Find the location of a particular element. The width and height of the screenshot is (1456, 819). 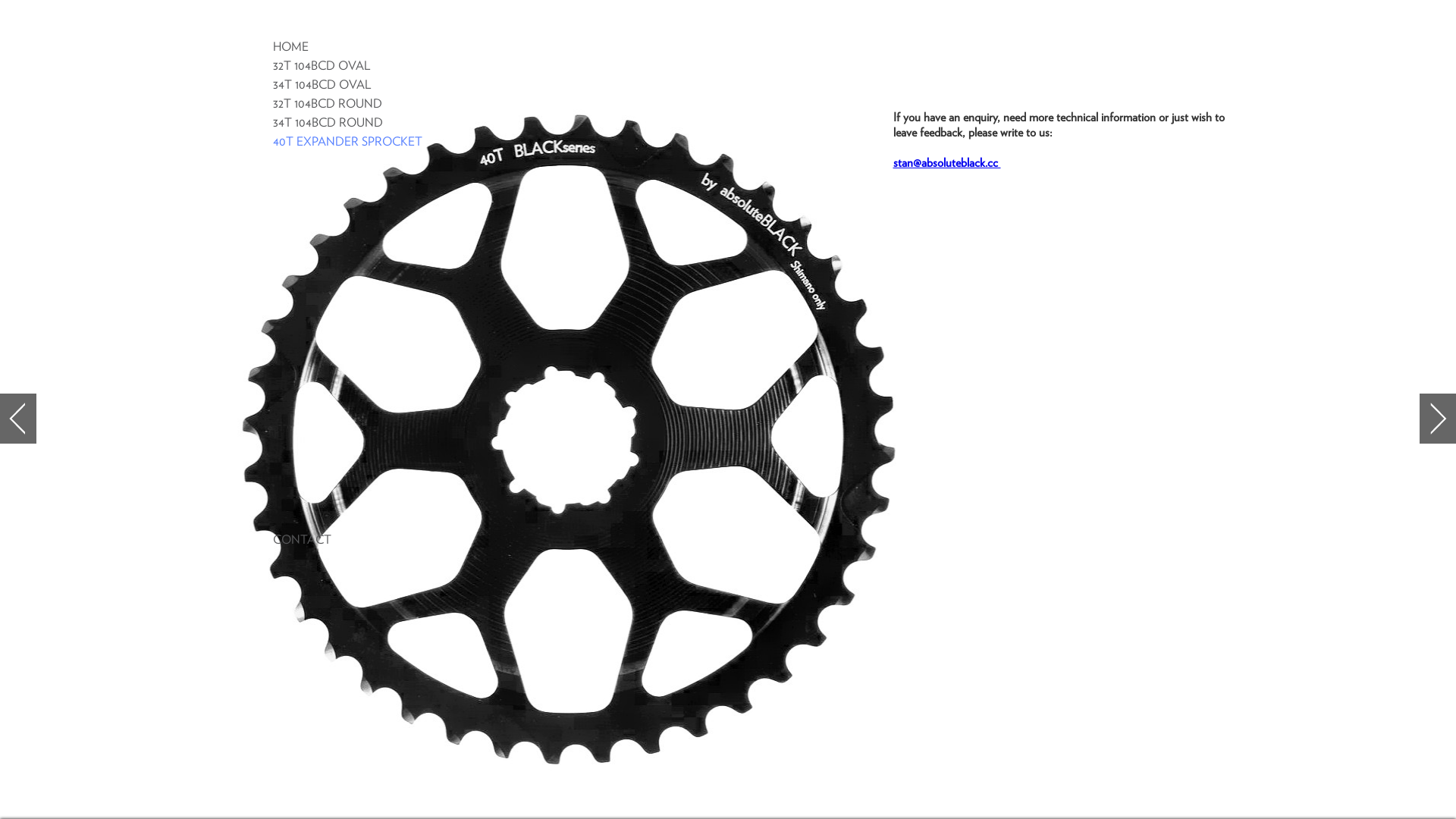

'32T 104BCD ROUND' is located at coordinates (327, 103).